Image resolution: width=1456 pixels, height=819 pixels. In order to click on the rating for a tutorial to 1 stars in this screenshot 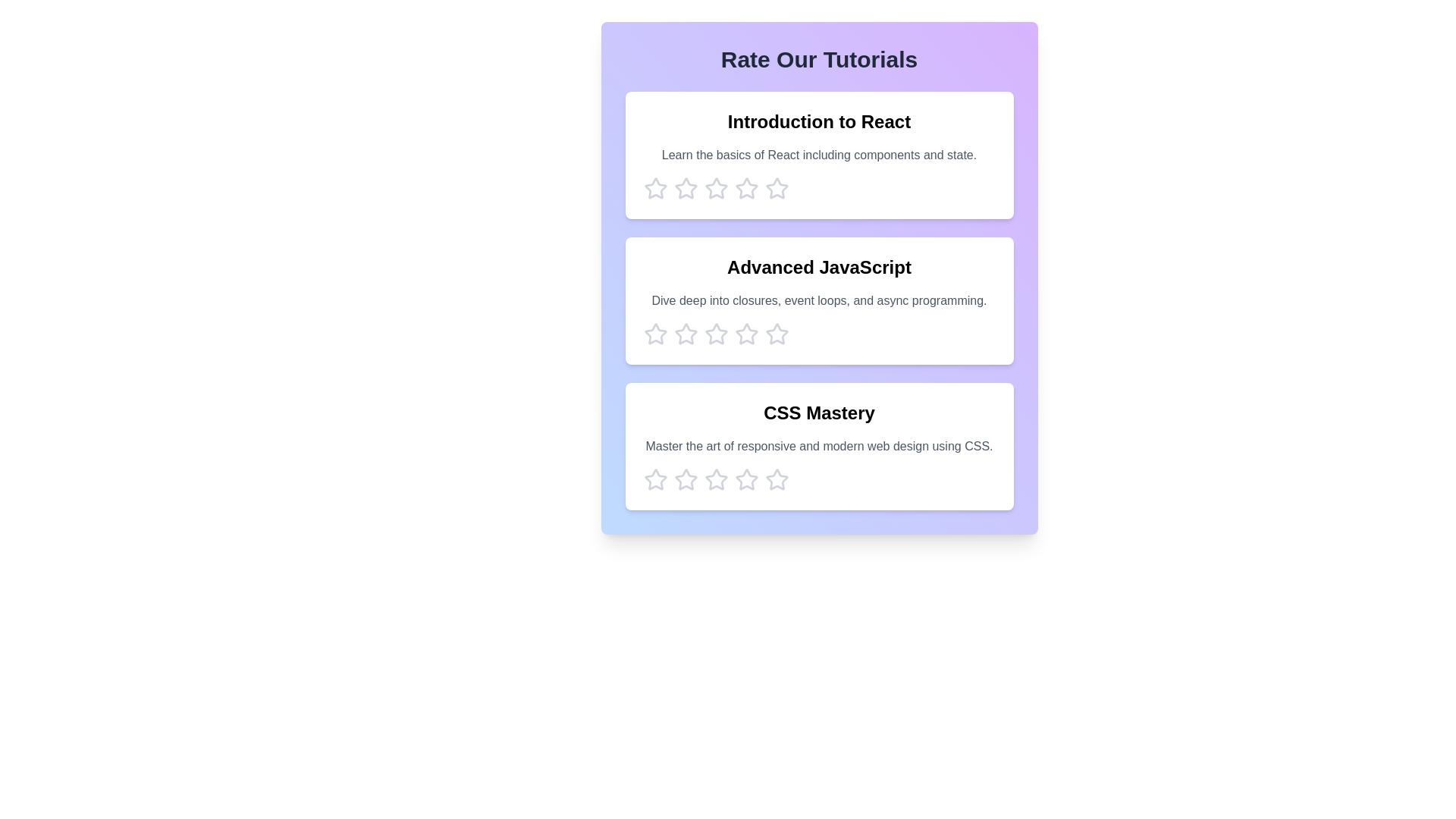, I will do `click(655, 188)`.